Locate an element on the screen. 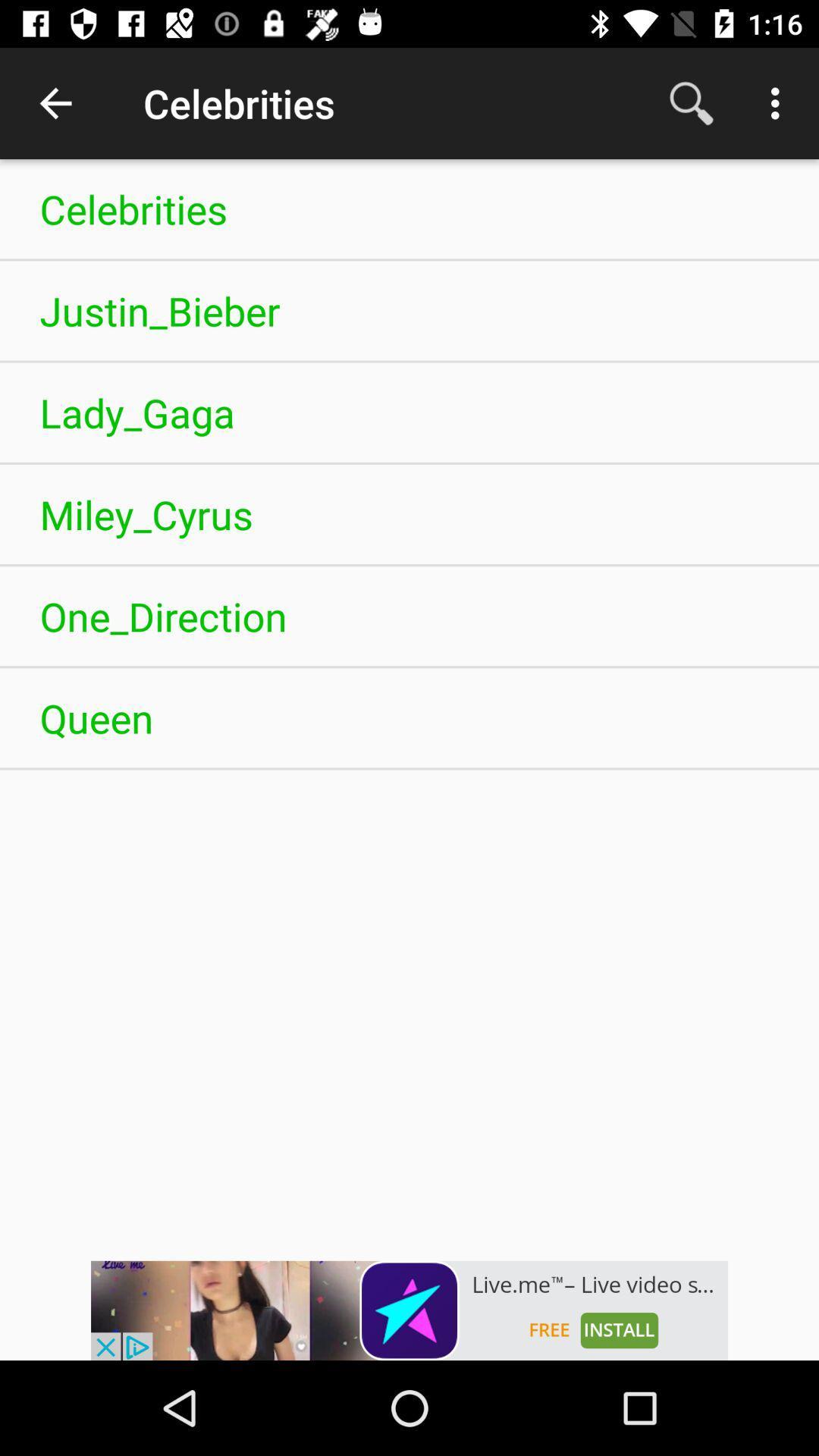 This screenshot has height=1456, width=819. advertisement is located at coordinates (409, 1310).